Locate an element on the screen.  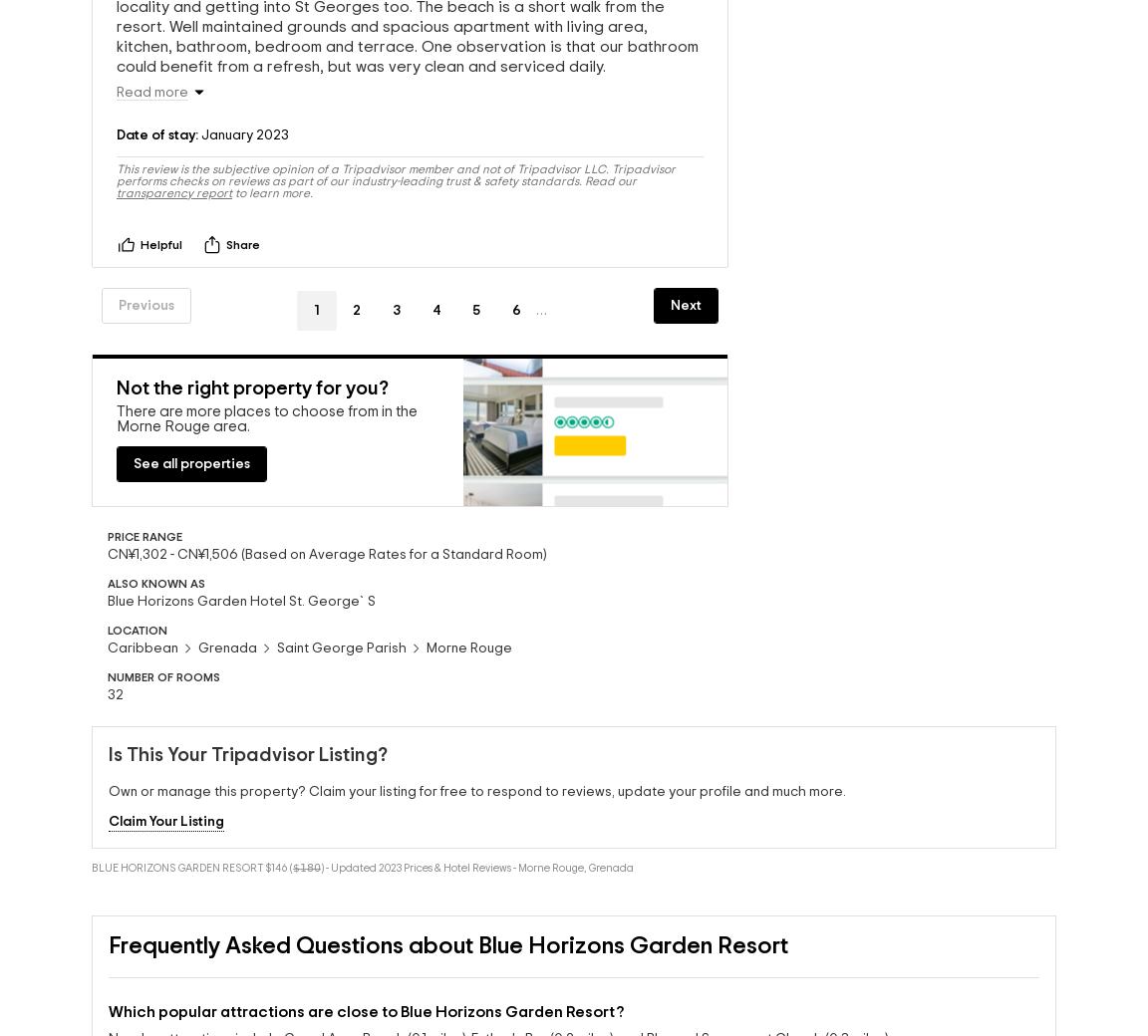
'This review is the subjective opinion of a Tripadvisor member and not of Tripadvisor LLC. Tripadvisor performs checks on reviews as part of our industry-leading trust & safety standards. Read our' is located at coordinates (395, 179).